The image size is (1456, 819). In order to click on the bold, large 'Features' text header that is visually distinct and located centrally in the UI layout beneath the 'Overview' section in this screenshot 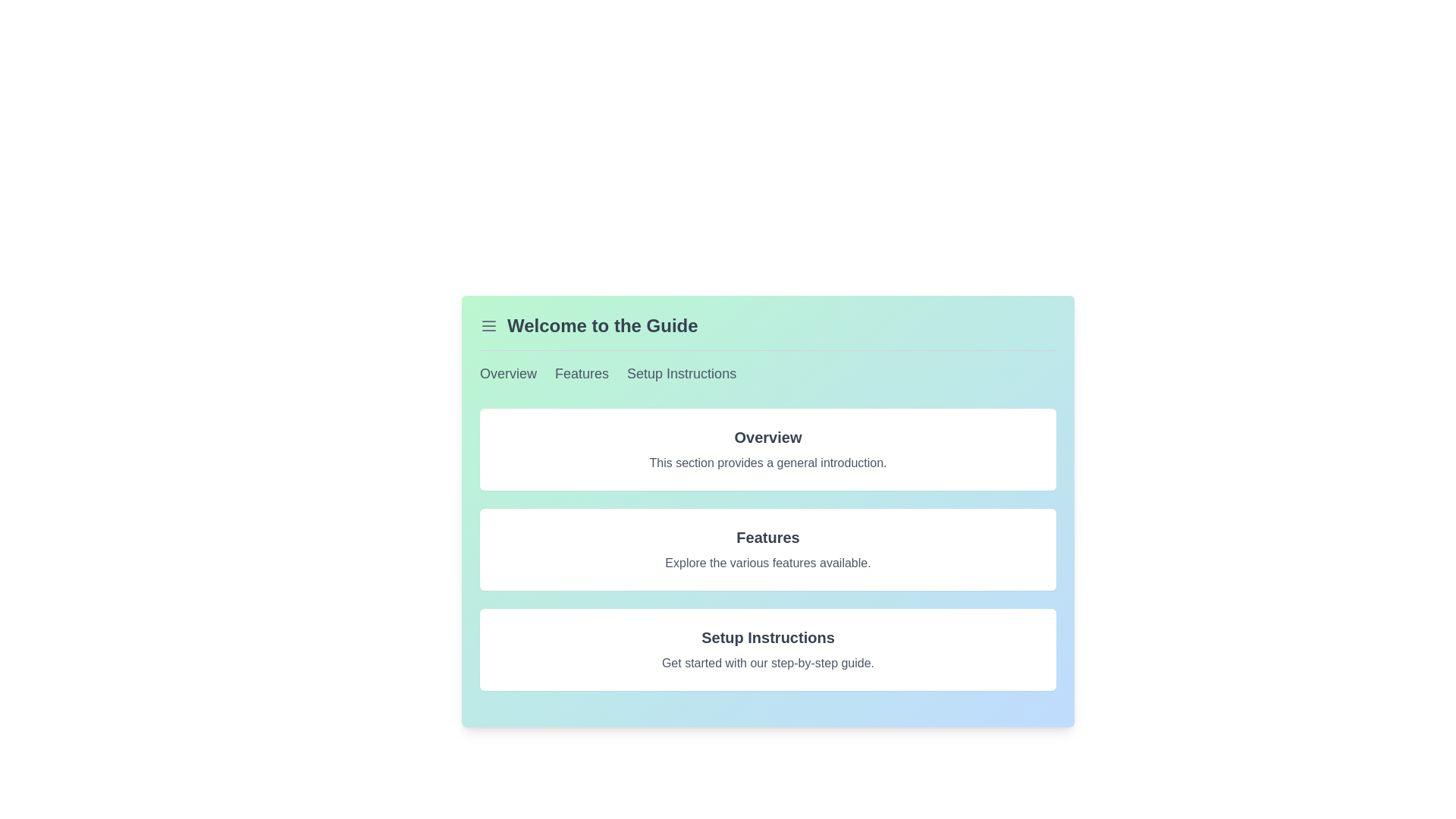, I will do `click(767, 537)`.